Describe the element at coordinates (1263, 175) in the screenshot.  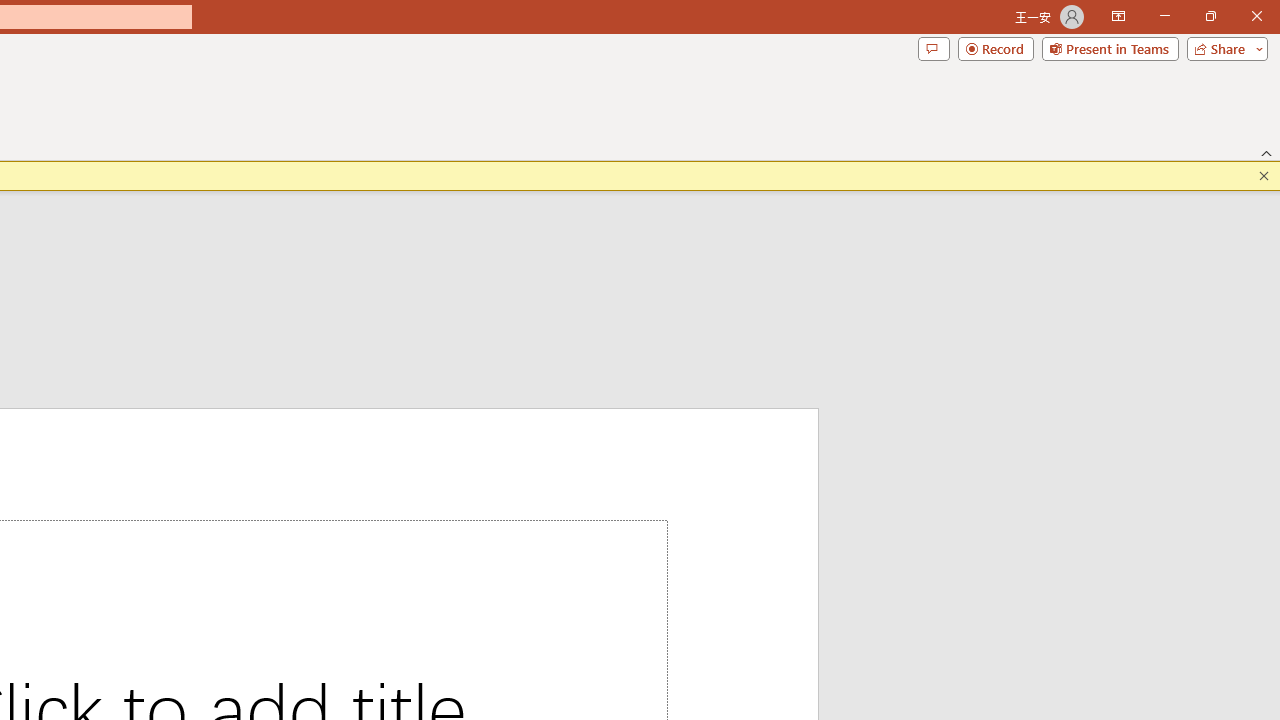
I see `'Close this message'` at that location.